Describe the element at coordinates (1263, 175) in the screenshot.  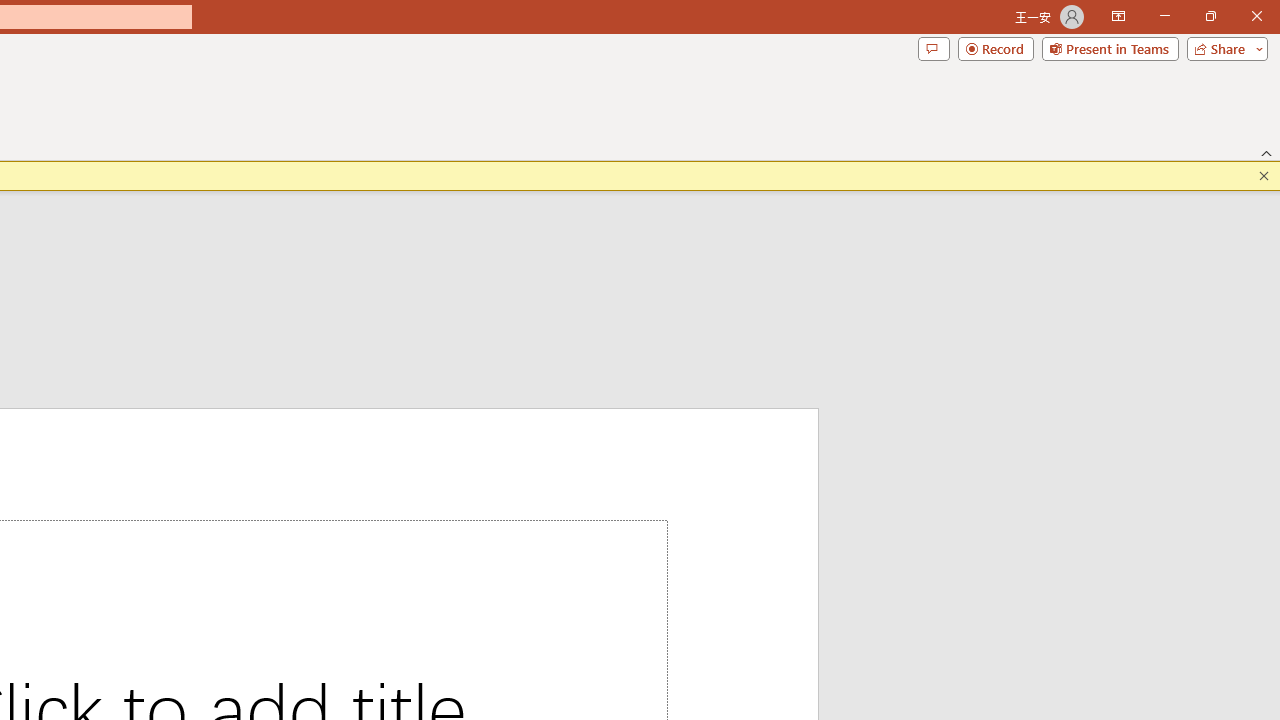
I see `'Close this message'` at that location.